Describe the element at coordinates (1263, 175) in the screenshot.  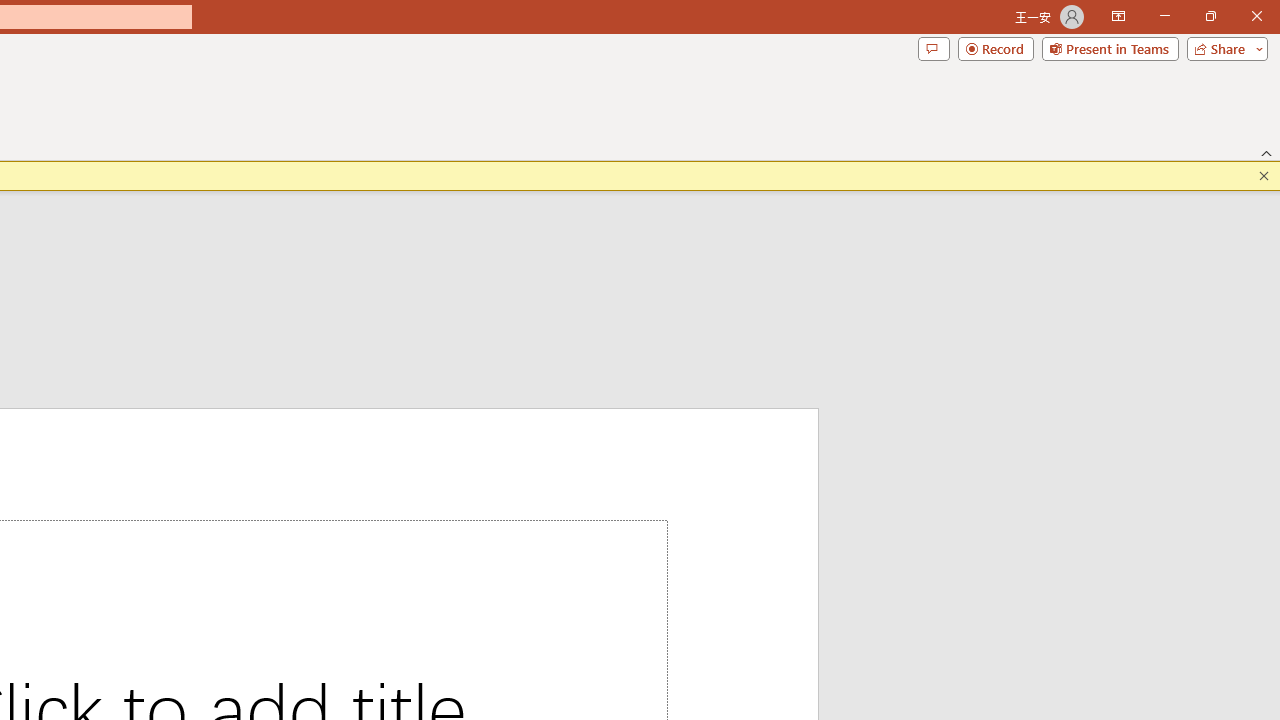
I see `'Close this message'` at that location.